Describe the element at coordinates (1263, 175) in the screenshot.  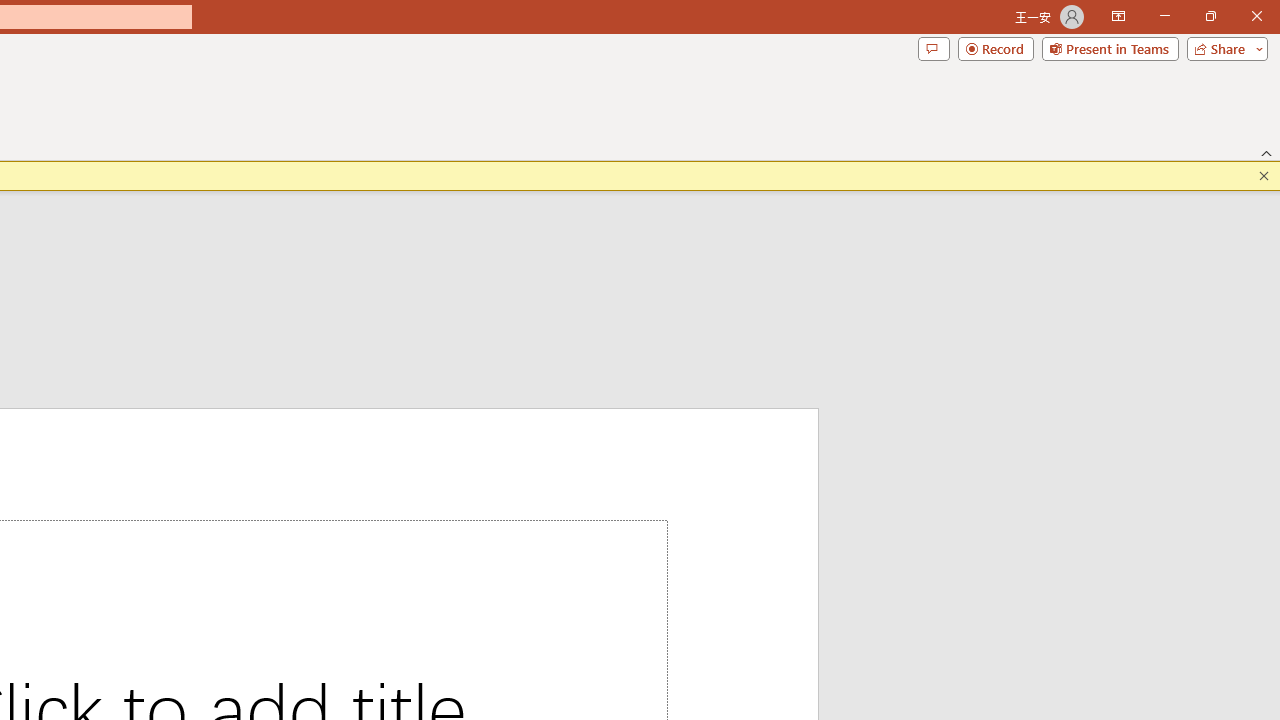
I see `'Close this message'` at that location.